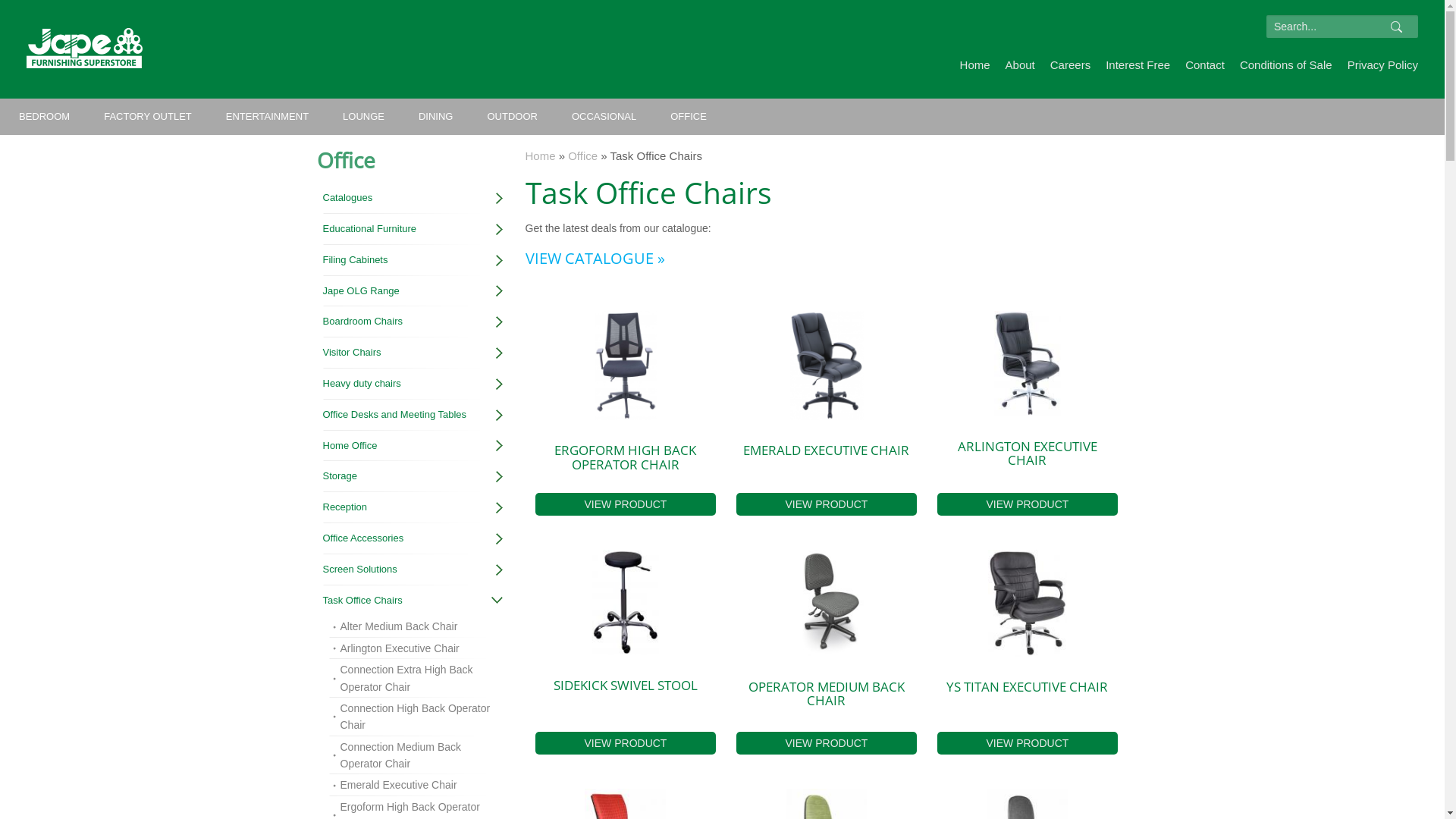 The width and height of the screenshot is (1456, 819). I want to click on 'Home Office', so click(413, 445).